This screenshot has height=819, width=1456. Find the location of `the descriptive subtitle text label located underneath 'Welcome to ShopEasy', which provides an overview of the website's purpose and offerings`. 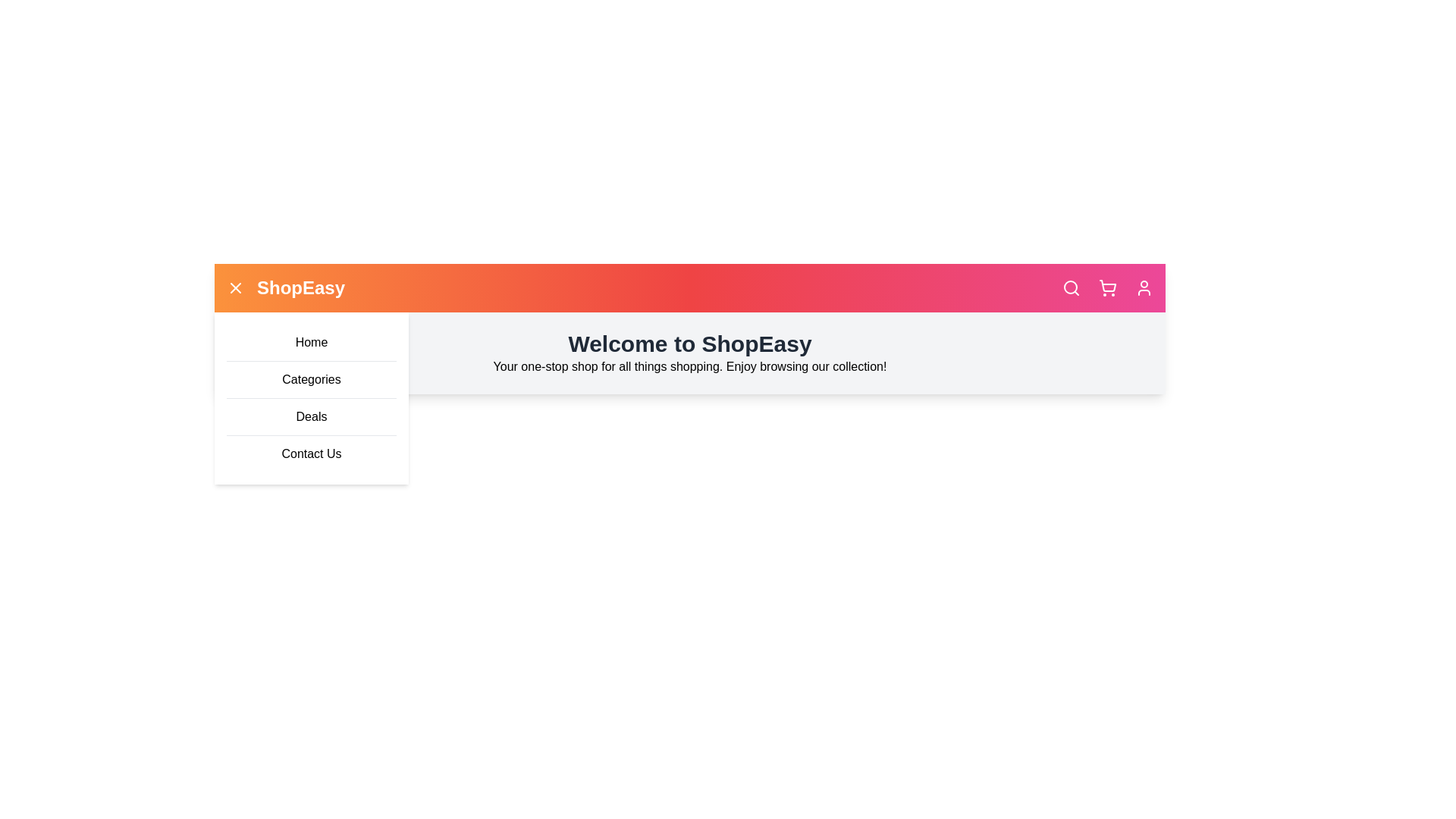

the descriptive subtitle text label located underneath 'Welcome to ShopEasy', which provides an overview of the website's purpose and offerings is located at coordinates (689, 366).